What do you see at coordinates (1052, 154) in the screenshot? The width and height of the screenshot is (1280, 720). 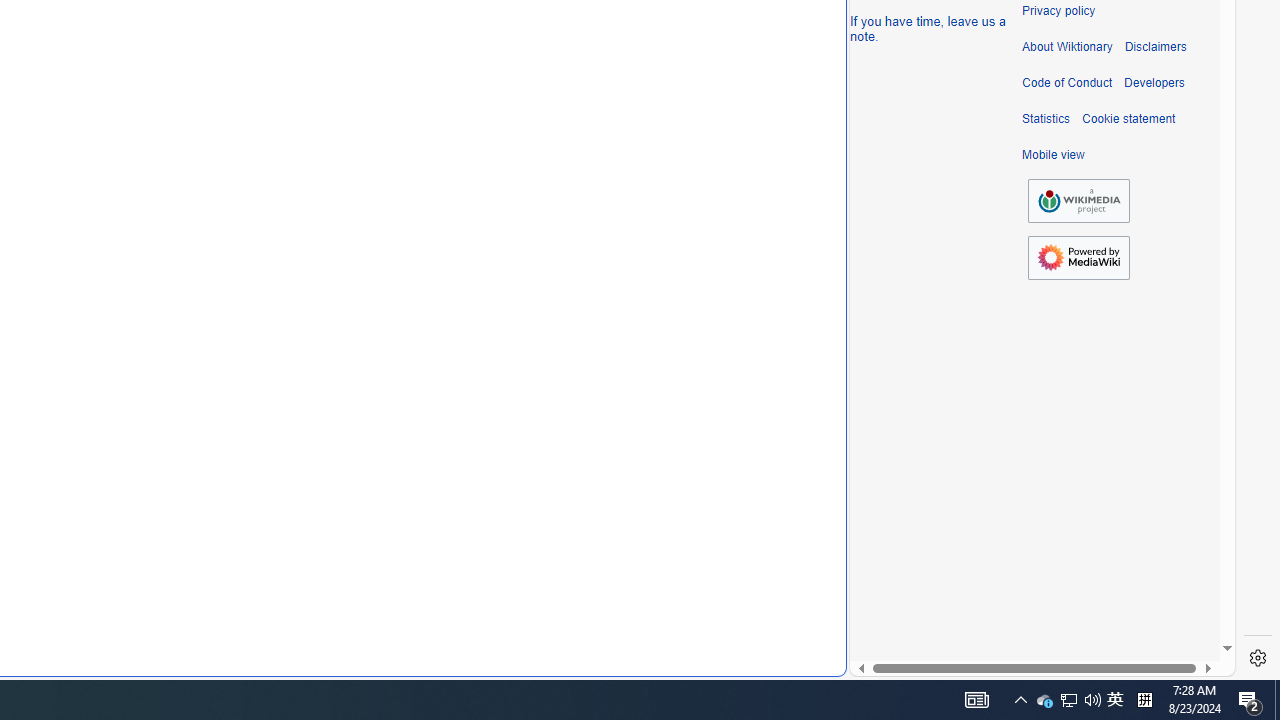 I see `'Mobile view'` at bounding box center [1052, 154].